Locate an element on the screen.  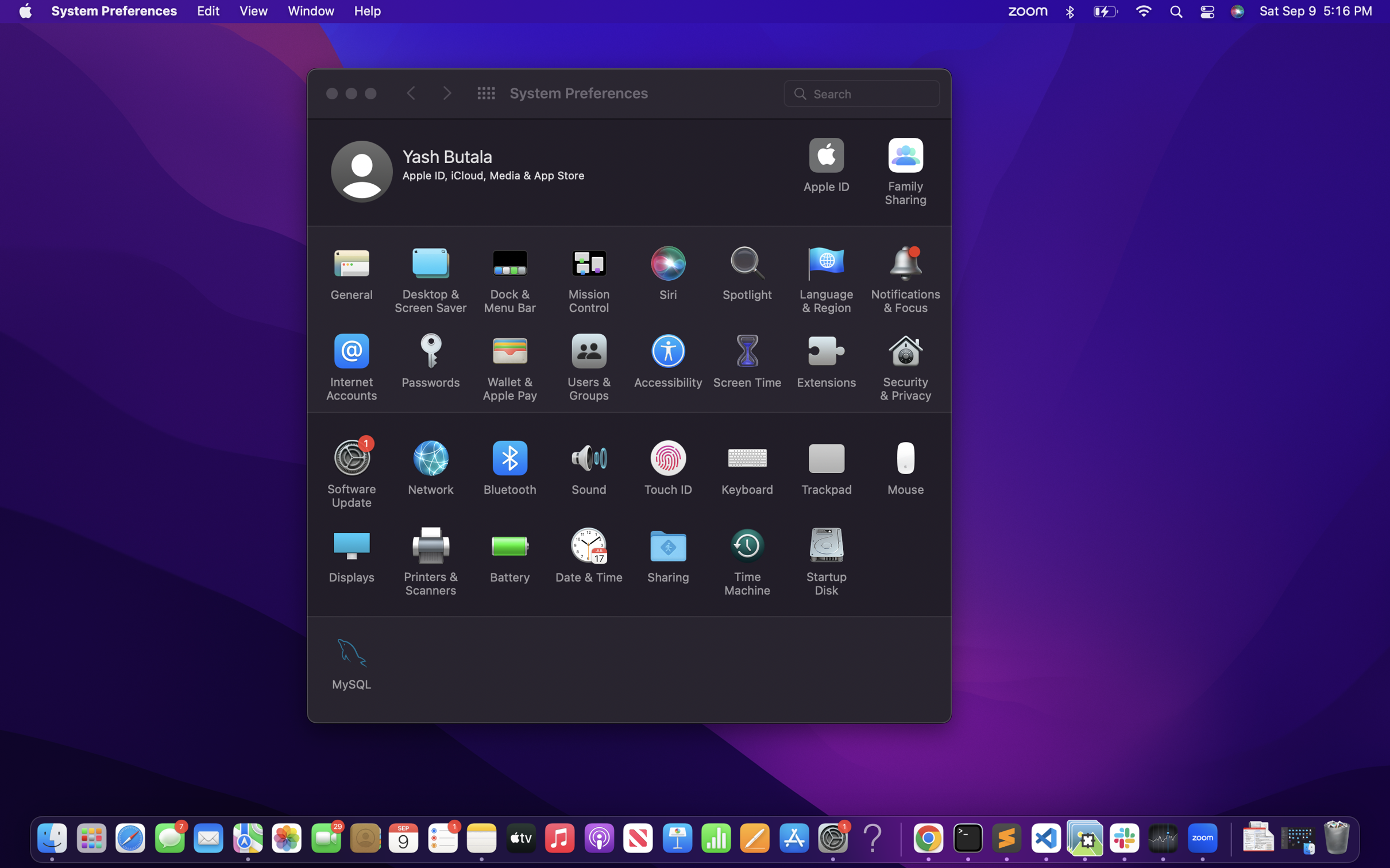
Change the current system time setting is located at coordinates (589, 557).